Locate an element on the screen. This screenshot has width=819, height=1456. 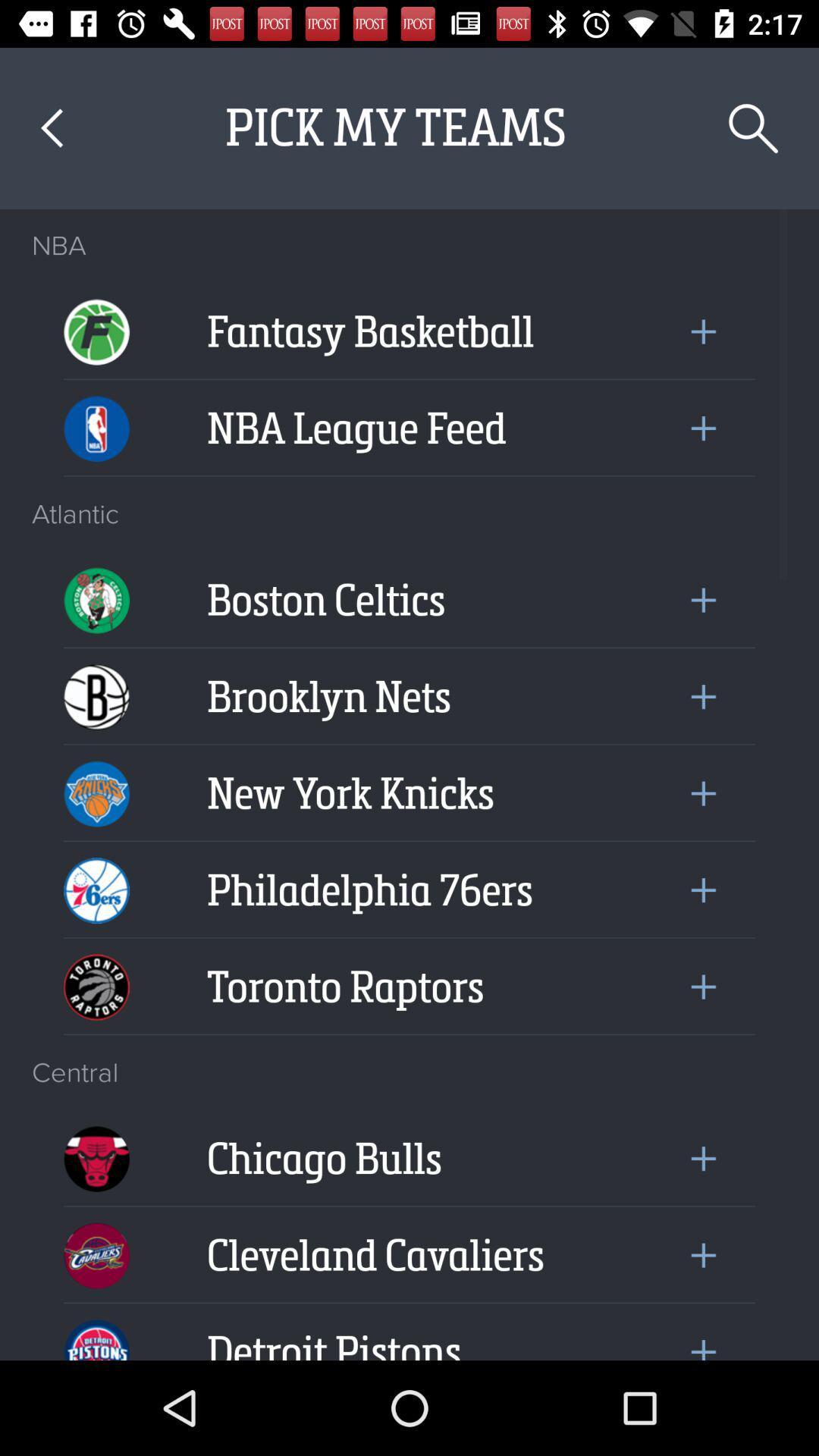
the 76ers is located at coordinates (96, 880).